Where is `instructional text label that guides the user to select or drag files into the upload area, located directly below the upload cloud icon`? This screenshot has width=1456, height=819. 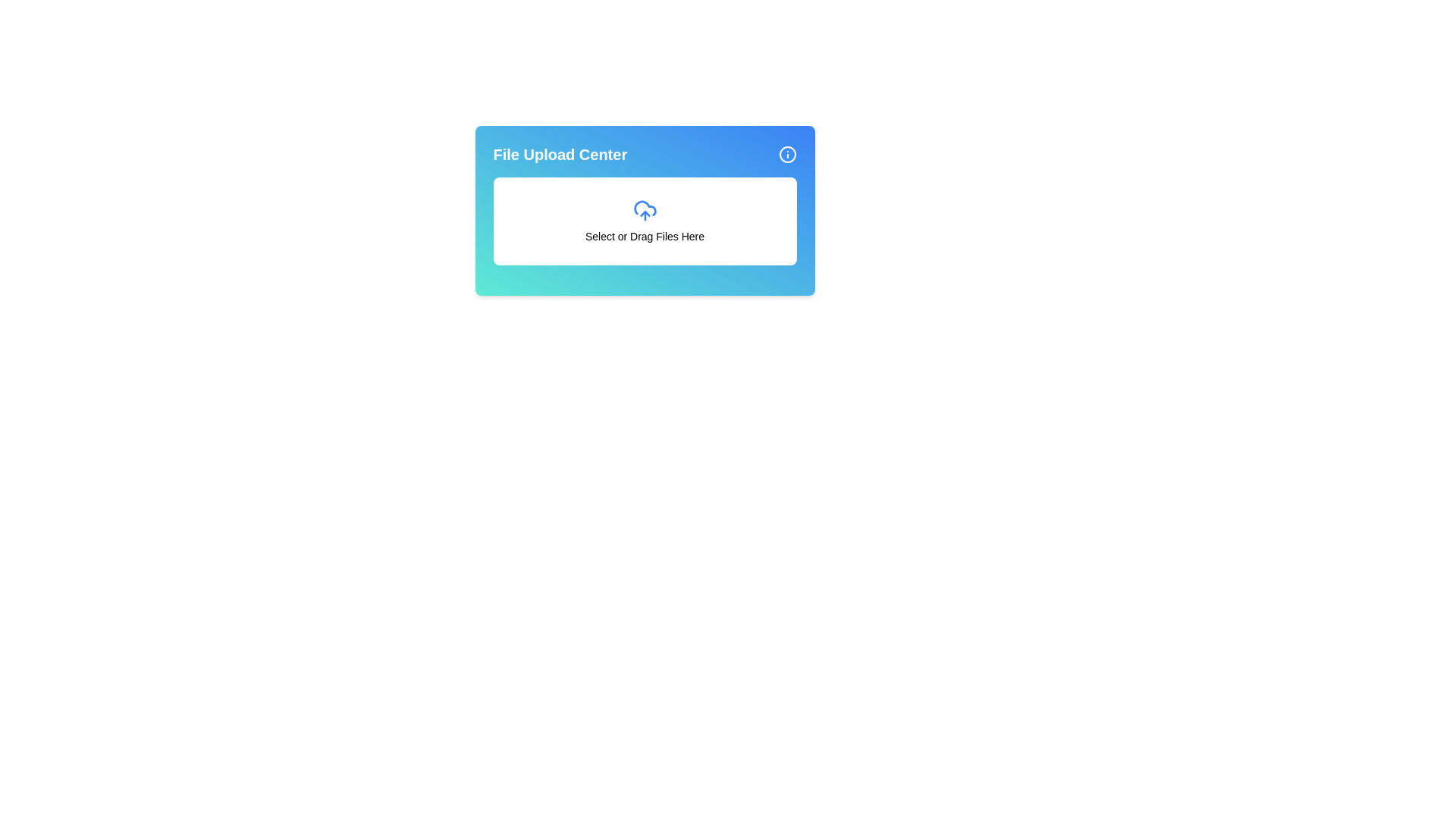
instructional text label that guides the user to select or drag files into the upload area, located directly below the upload cloud icon is located at coordinates (645, 237).